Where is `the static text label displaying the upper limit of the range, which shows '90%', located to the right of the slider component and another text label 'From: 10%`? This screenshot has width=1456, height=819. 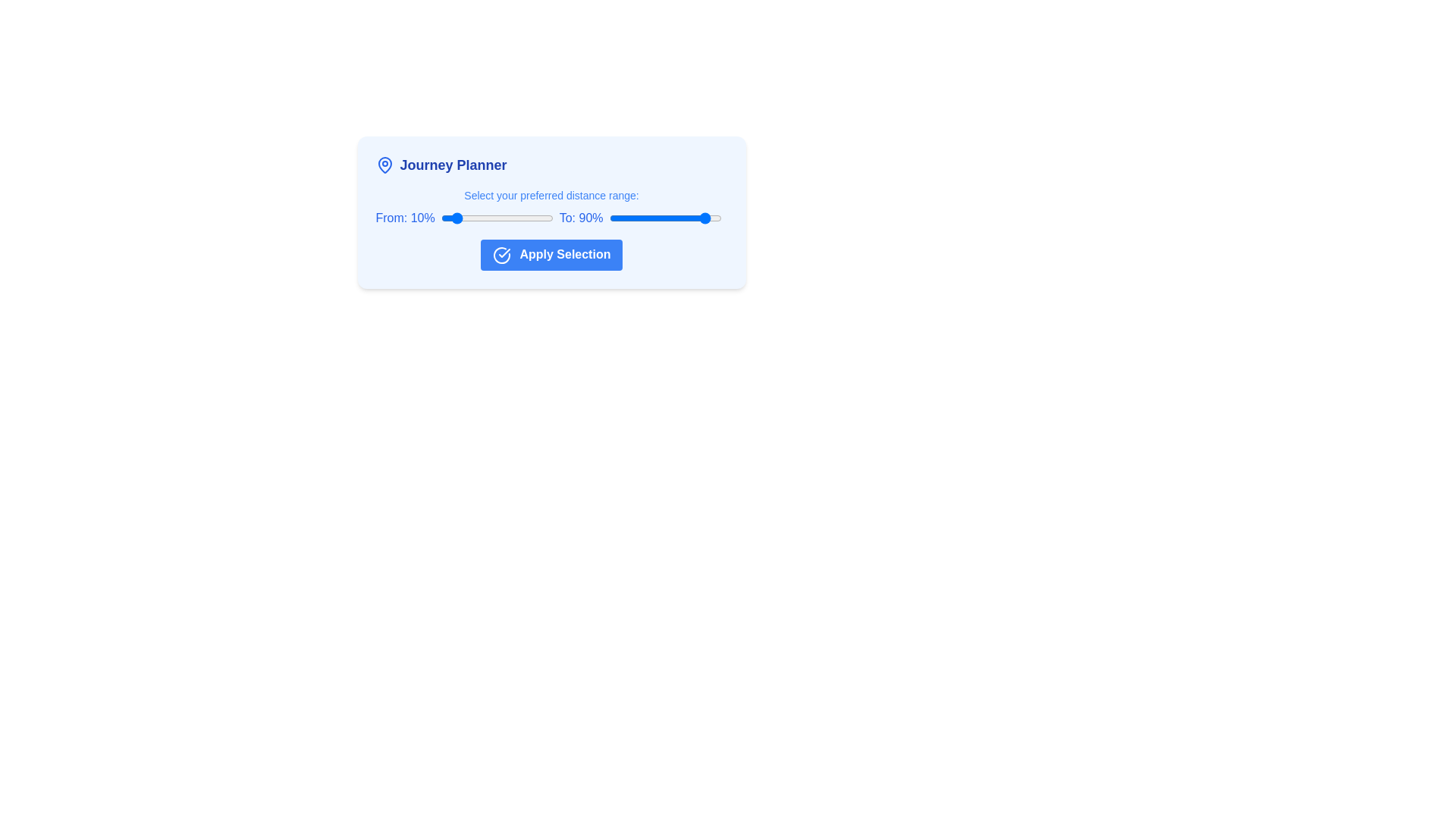 the static text label displaying the upper limit of the range, which shows '90%', located to the right of the slider component and another text label 'From: 10% is located at coordinates (580, 218).